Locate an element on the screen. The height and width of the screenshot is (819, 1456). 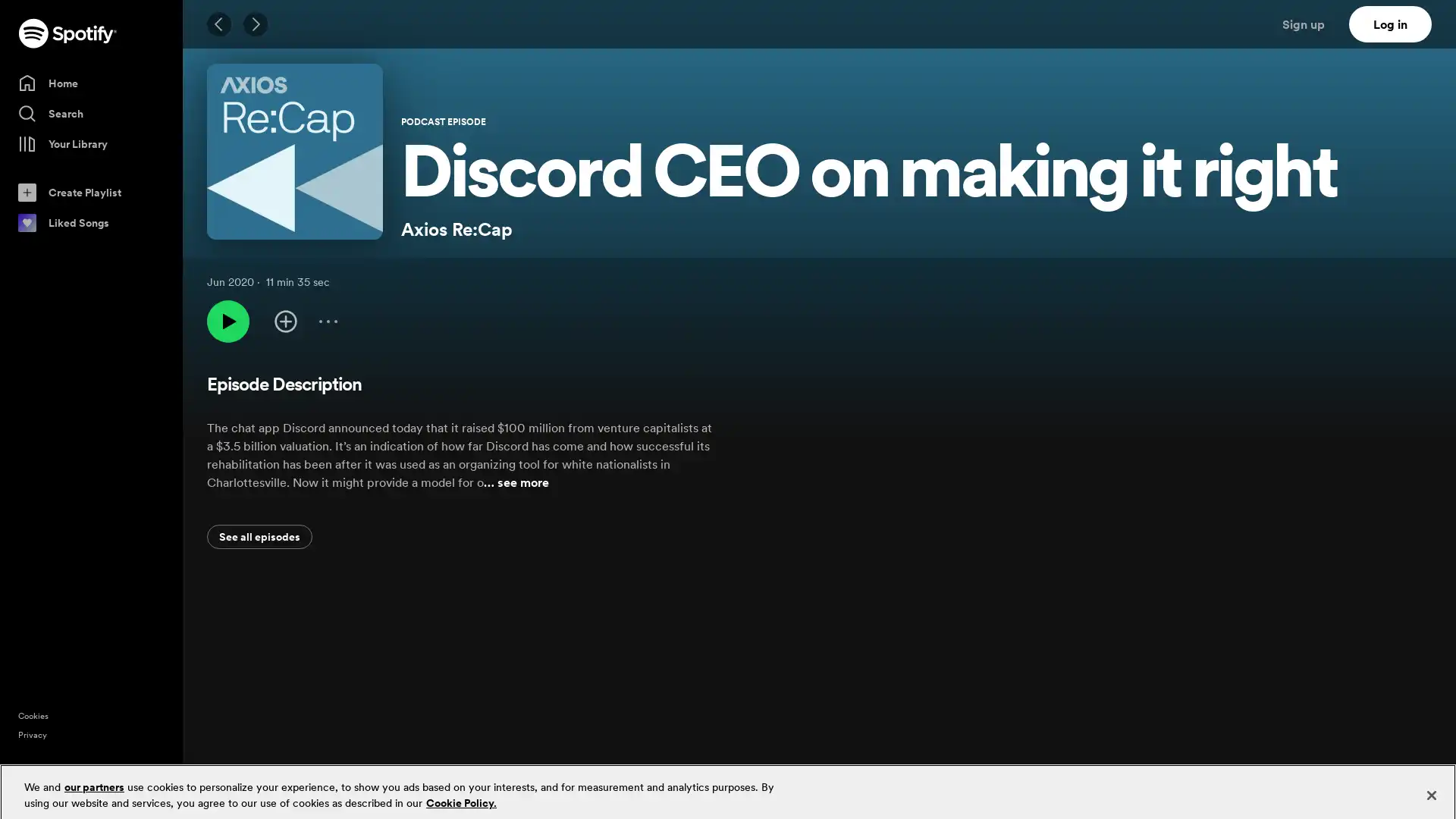
Play Discord CEO on making it right by Axios Re:Cap is located at coordinates (227, 321).